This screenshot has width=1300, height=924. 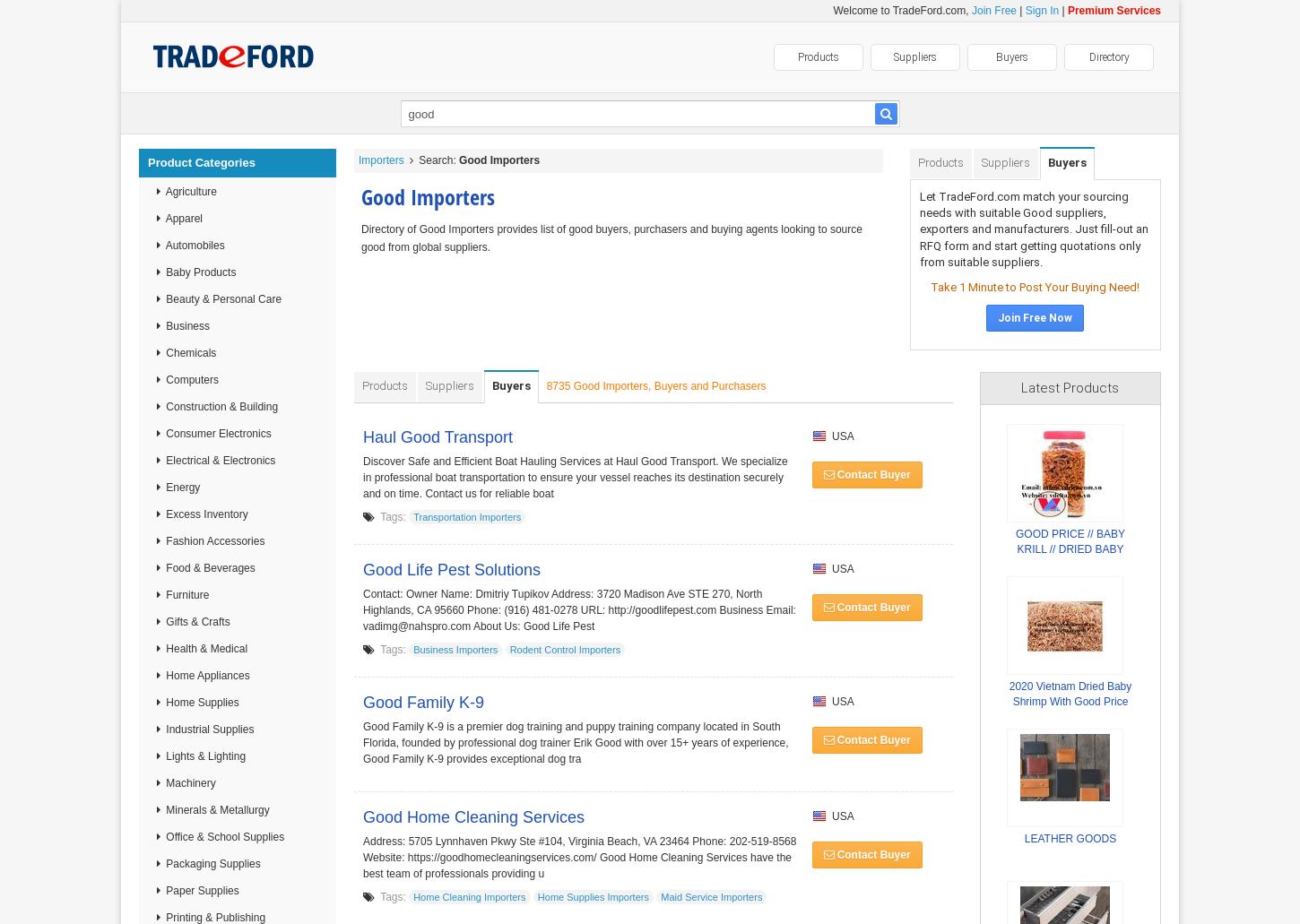 What do you see at coordinates (361, 602) in the screenshot?
I see `'Contact:
Owner Name:
Dmitriy Tupikov
Address:
3720 Madison Ave STE 270, North Highlands, CA 95660
Phone:
(916) 481-0278
URL:
http://goodlifepest.com
Business Email:'` at bounding box center [361, 602].